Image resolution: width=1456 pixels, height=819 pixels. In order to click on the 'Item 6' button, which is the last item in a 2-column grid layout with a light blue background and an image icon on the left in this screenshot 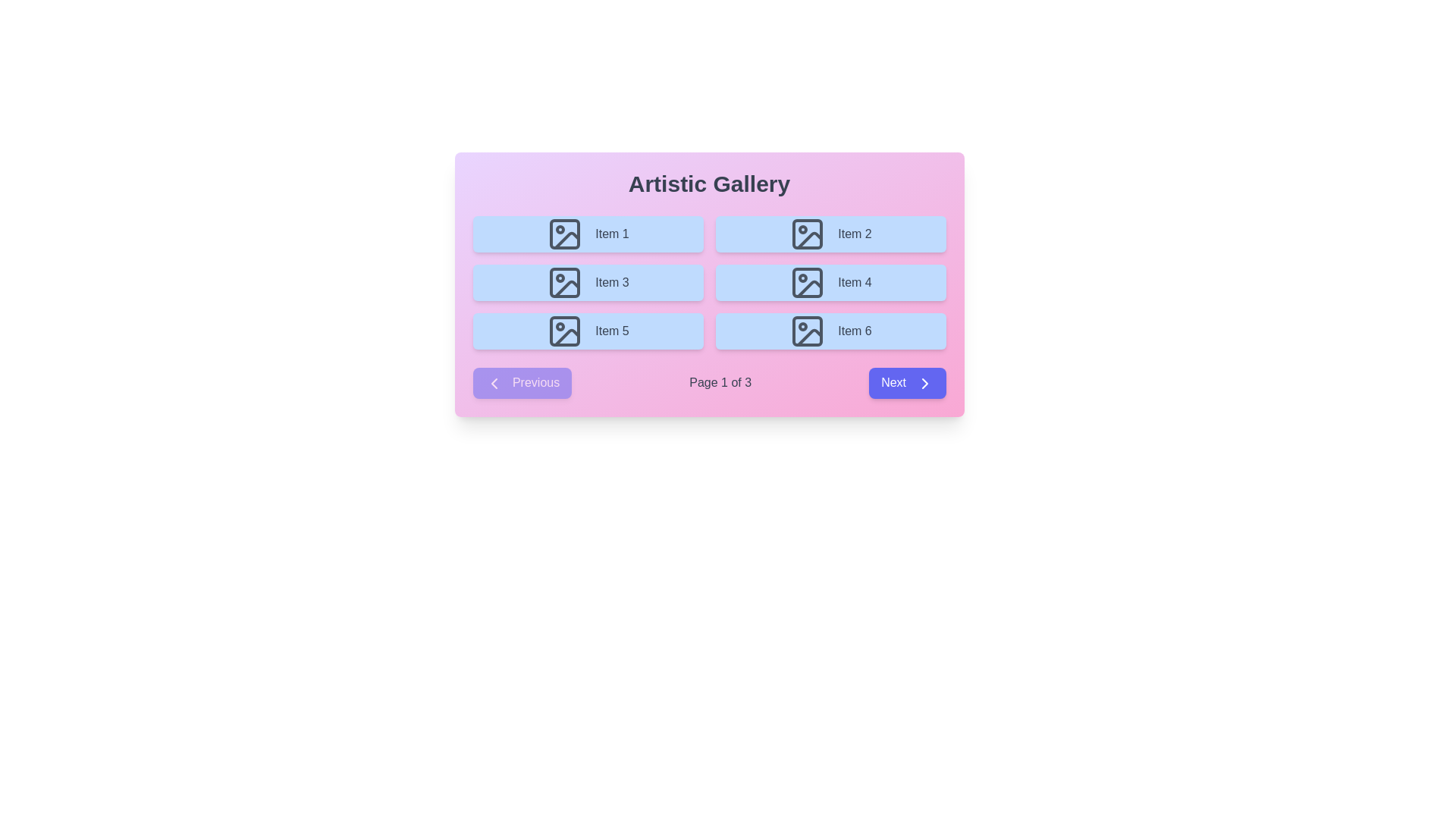, I will do `click(830, 330)`.